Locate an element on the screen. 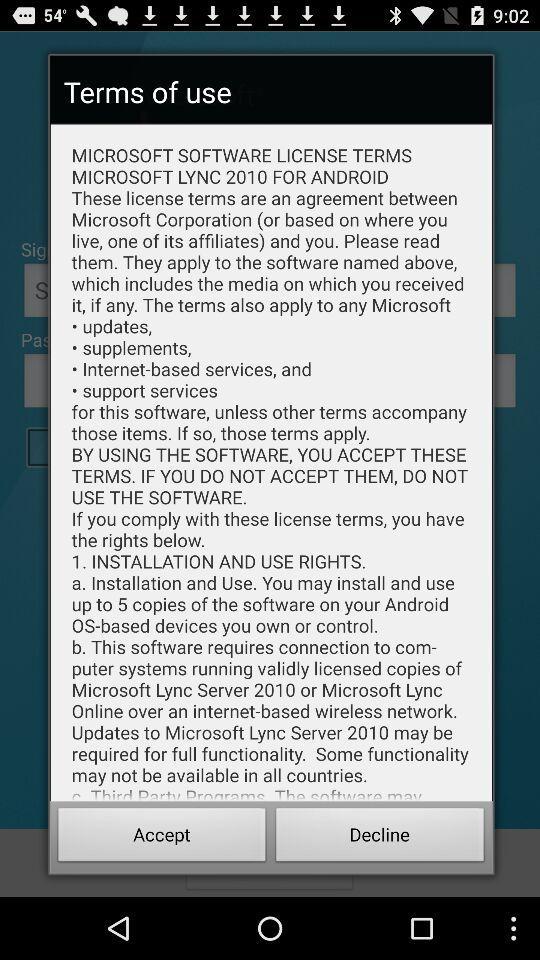 The width and height of the screenshot is (540, 960). accept button is located at coordinates (161, 837).